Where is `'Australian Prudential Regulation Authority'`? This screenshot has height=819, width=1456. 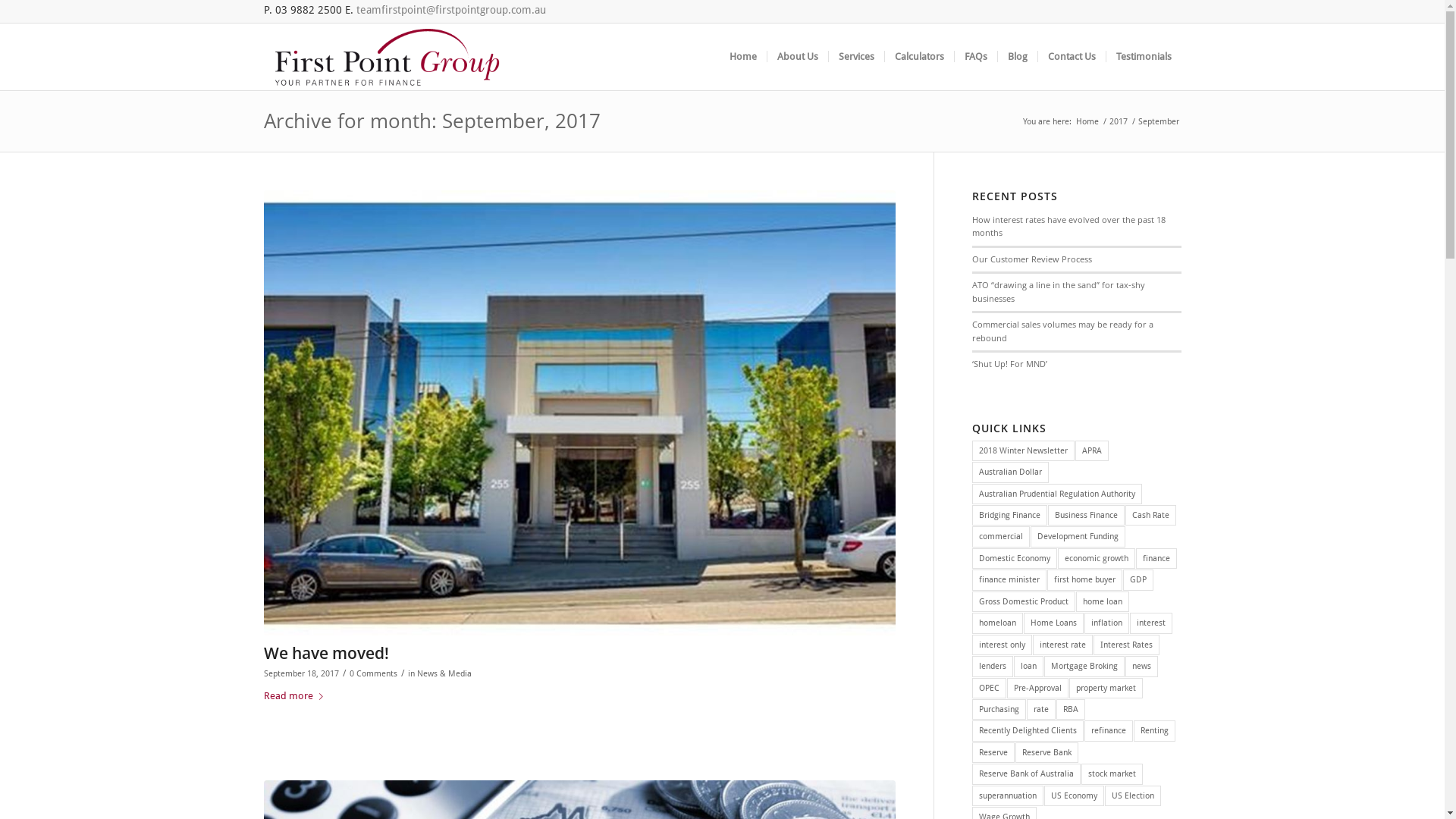
'Australian Prudential Regulation Authority' is located at coordinates (1056, 494).